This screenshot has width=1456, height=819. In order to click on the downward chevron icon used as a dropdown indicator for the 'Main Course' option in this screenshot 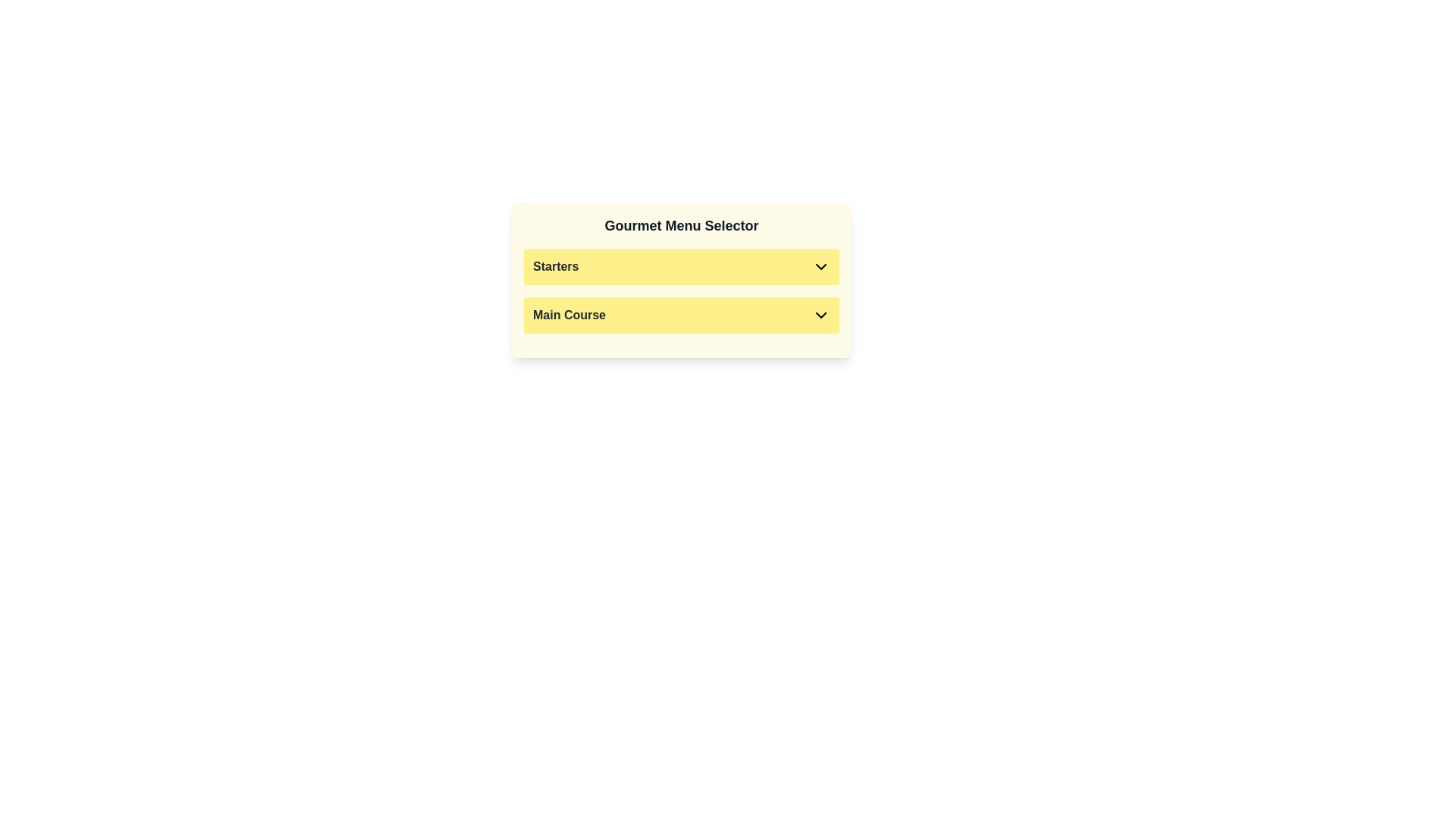, I will do `click(821, 315)`.